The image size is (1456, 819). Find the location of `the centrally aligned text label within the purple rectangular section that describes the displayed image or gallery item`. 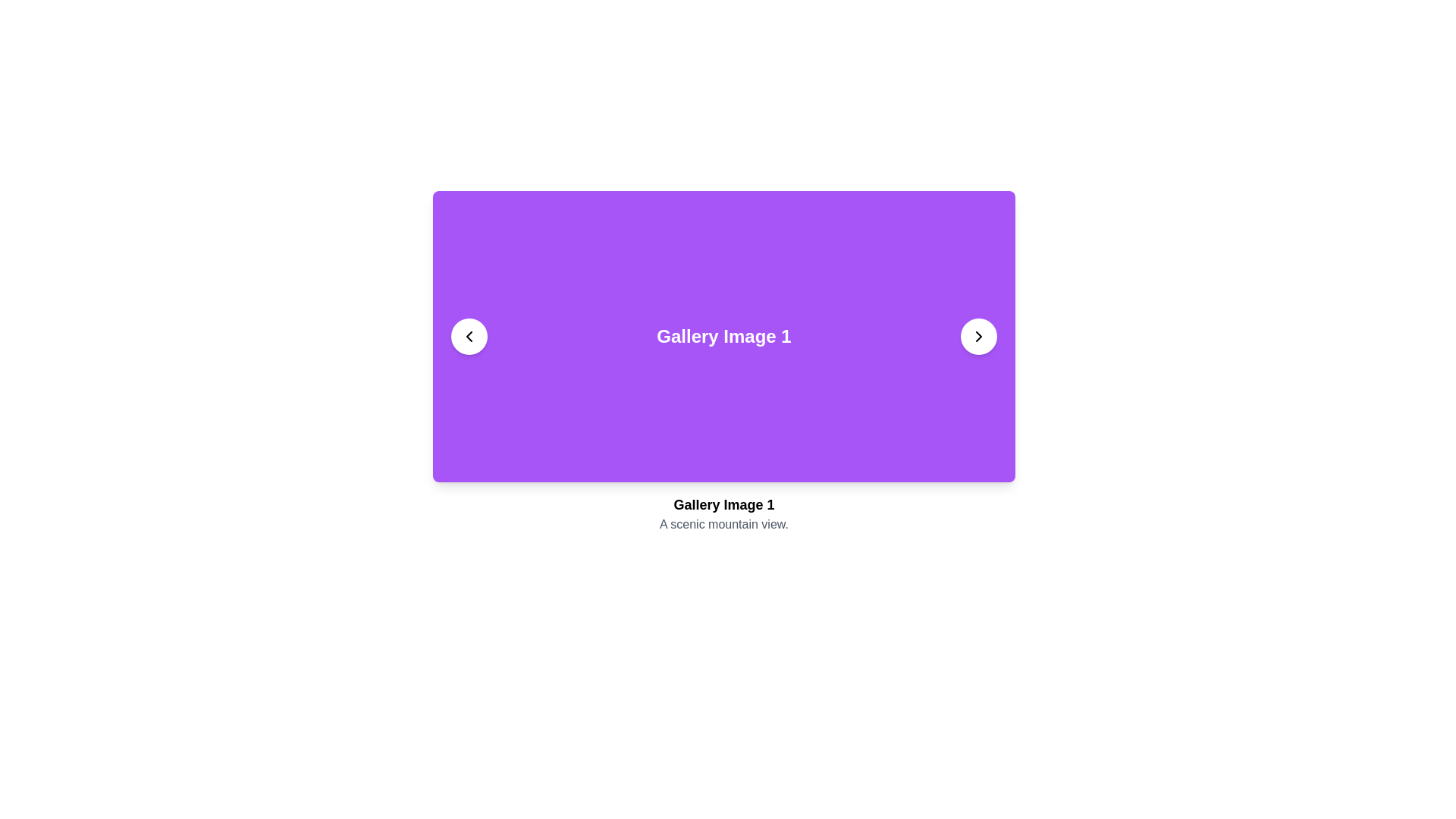

the centrally aligned text label within the purple rectangular section that describes the displayed image or gallery item is located at coordinates (723, 335).